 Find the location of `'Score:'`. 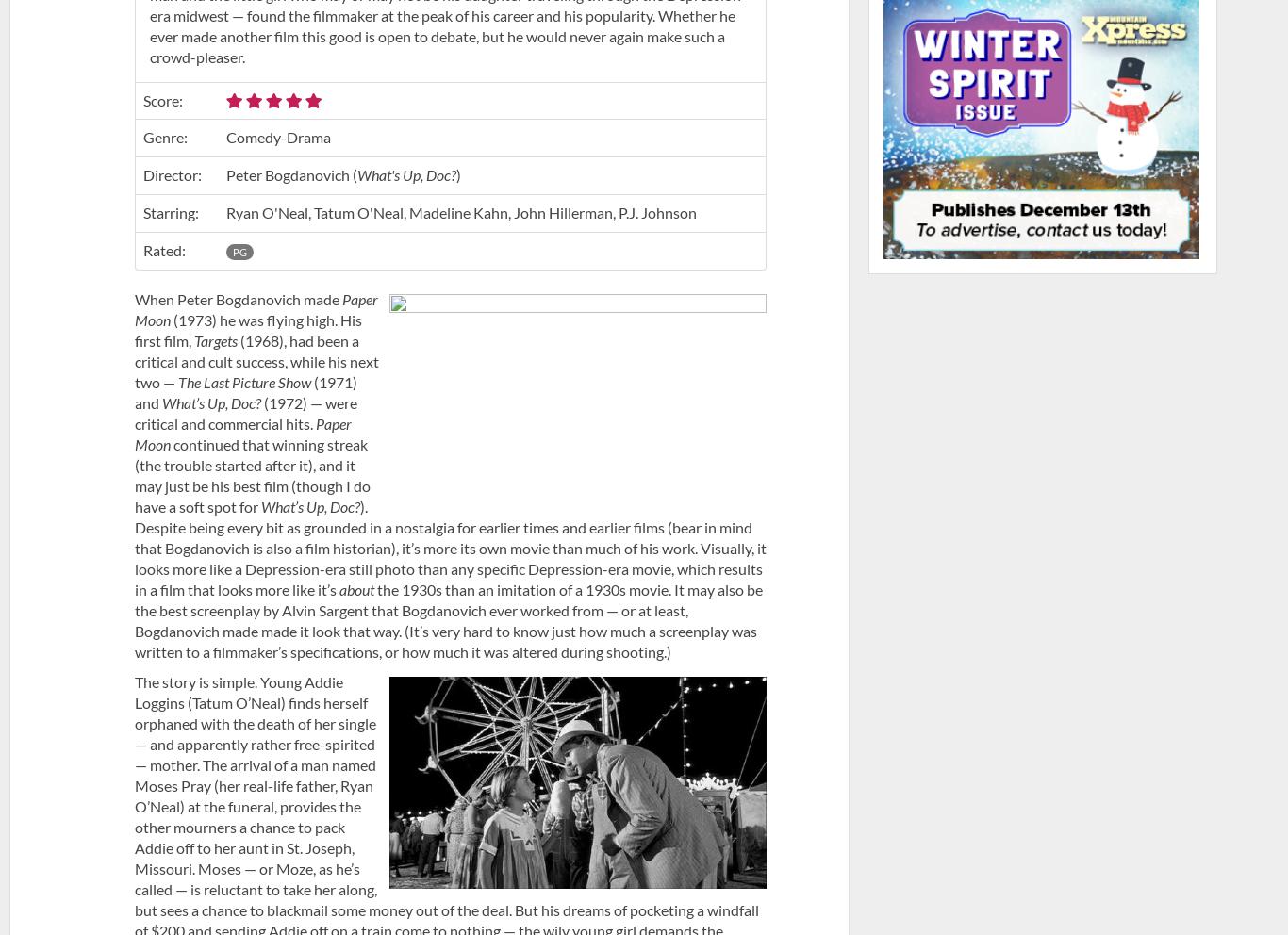

'Score:' is located at coordinates (161, 98).